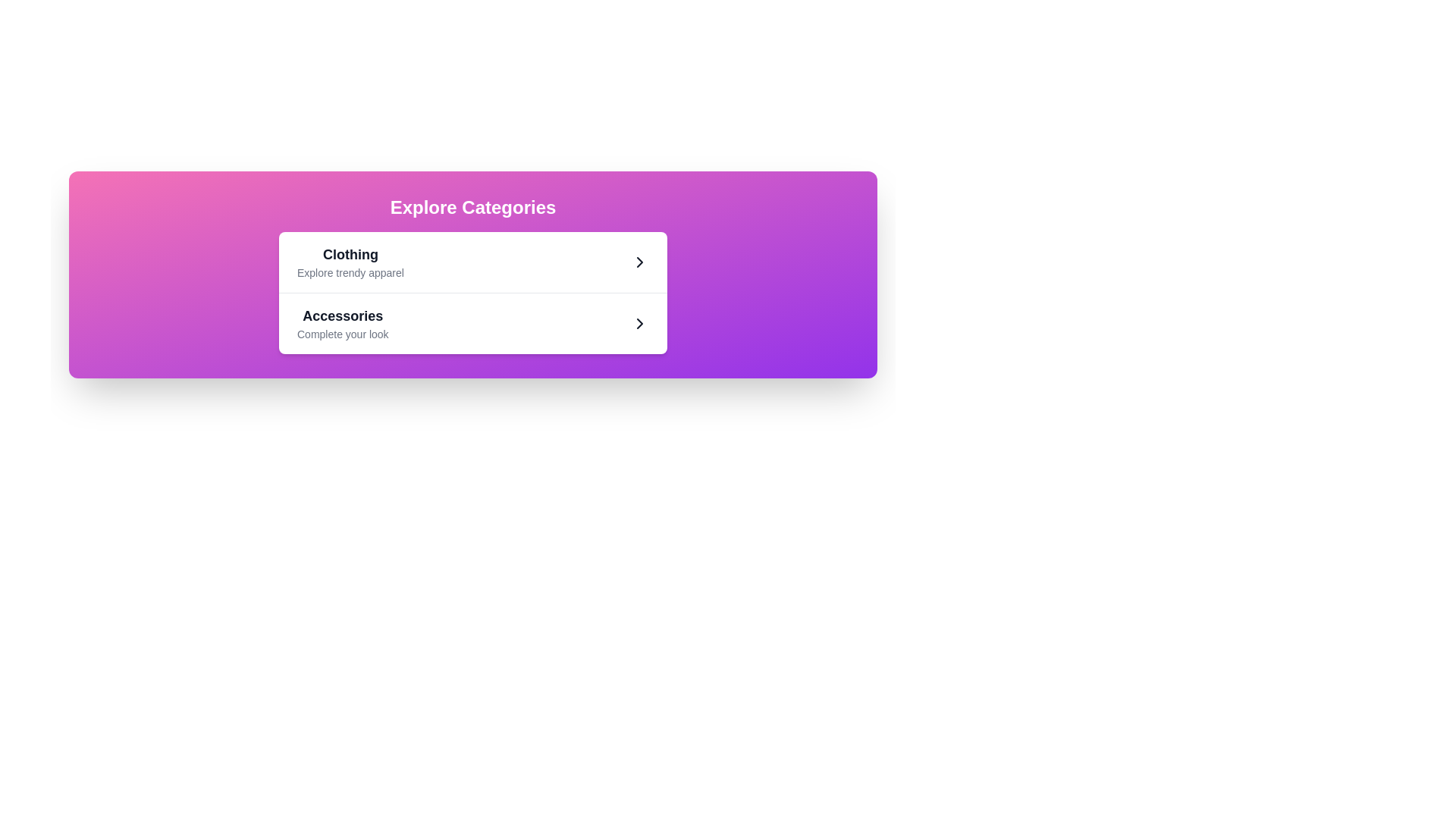 The image size is (1456, 819). What do you see at coordinates (350, 262) in the screenshot?
I see `the card containing the Text block that serves as a category title and description within the 'Explore Categories' section` at bounding box center [350, 262].